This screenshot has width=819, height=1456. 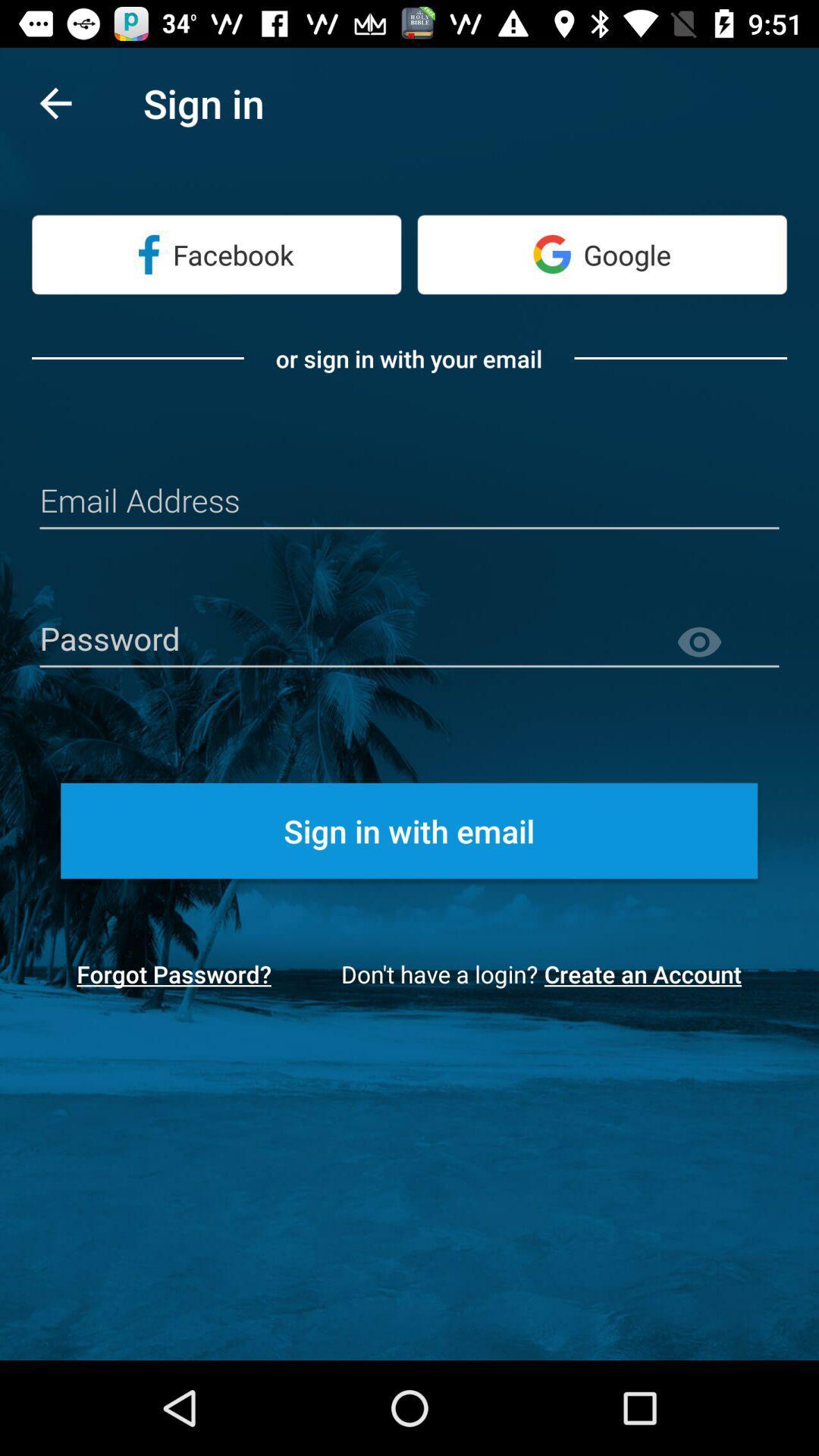 What do you see at coordinates (648, 974) in the screenshot?
I see `the icon at the bottom right corner` at bounding box center [648, 974].